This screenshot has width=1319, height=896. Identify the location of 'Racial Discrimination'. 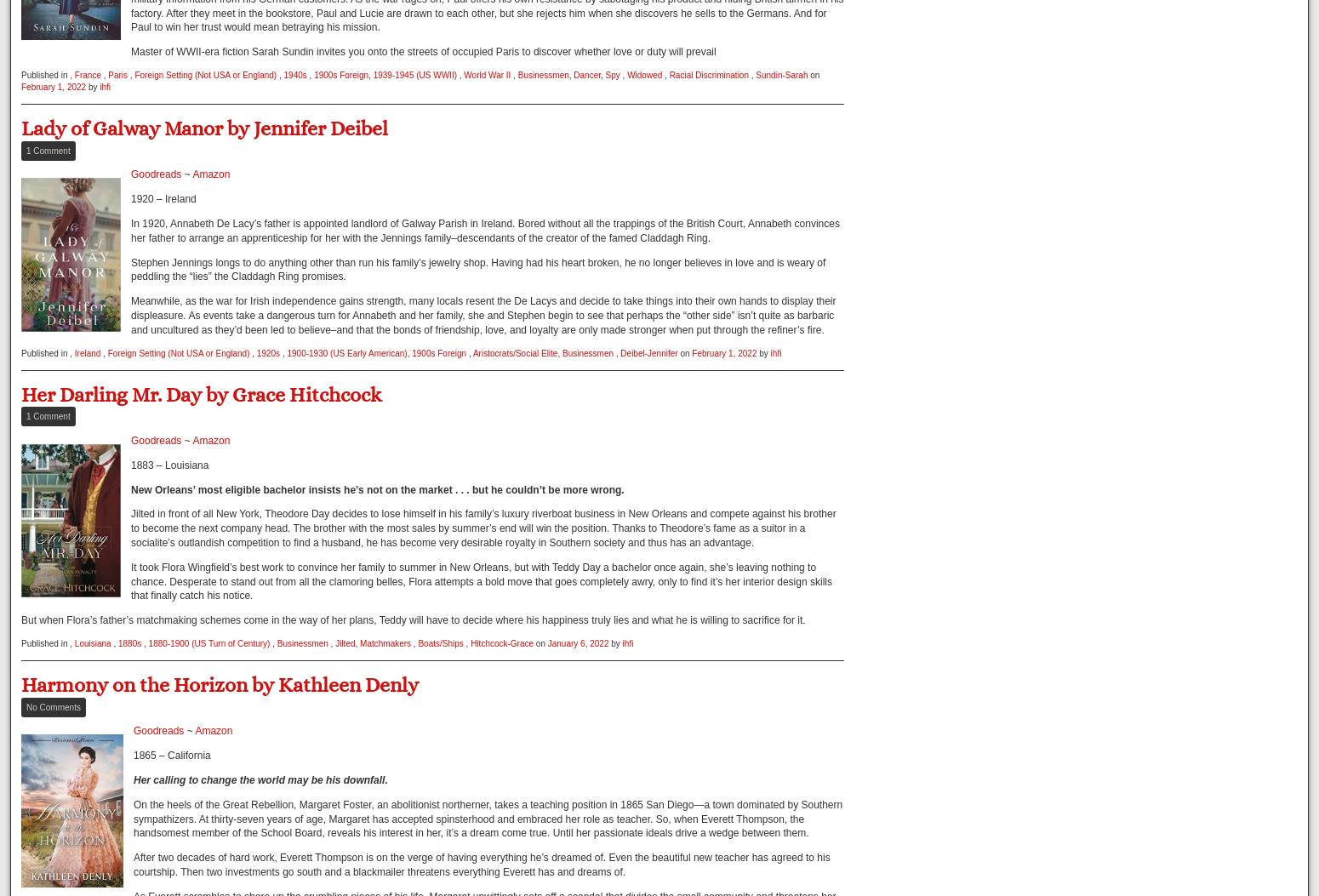
(707, 74).